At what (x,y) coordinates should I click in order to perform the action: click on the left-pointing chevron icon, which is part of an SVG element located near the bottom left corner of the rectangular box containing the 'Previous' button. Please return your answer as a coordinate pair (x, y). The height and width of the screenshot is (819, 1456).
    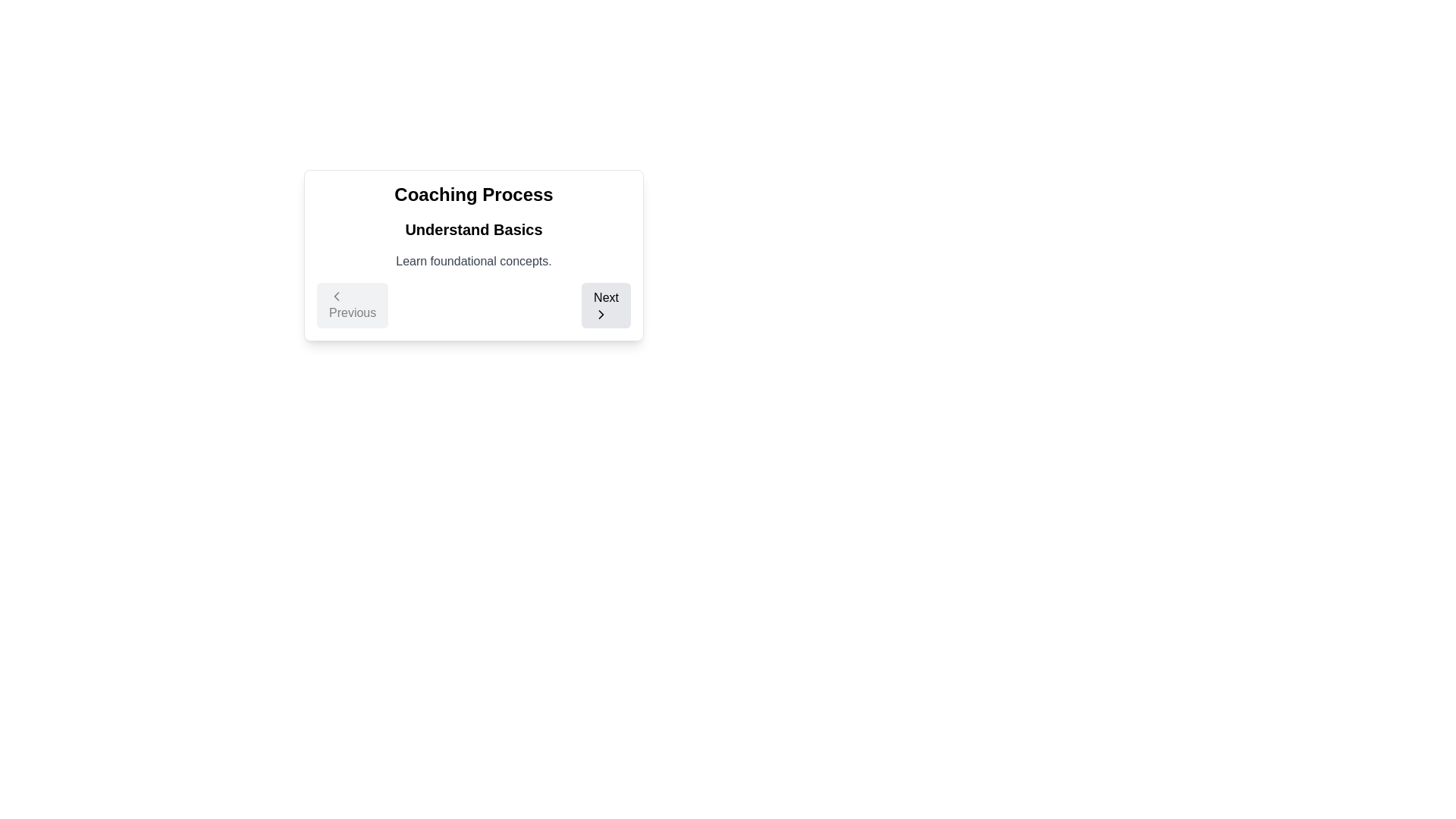
    Looking at the image, I should click on (336, 296).